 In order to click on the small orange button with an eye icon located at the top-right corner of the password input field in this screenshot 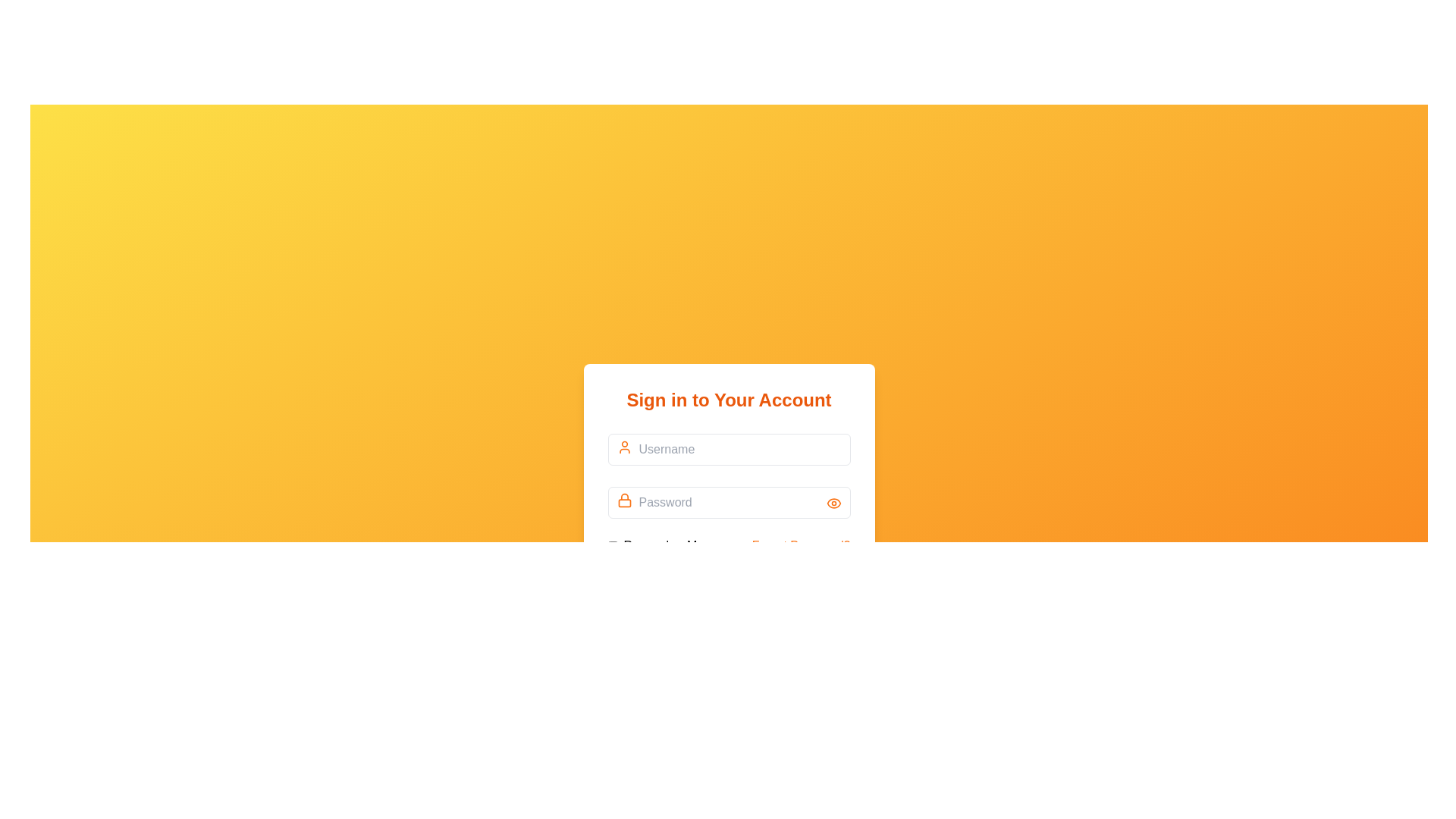, I will do `click(833, 503)`.